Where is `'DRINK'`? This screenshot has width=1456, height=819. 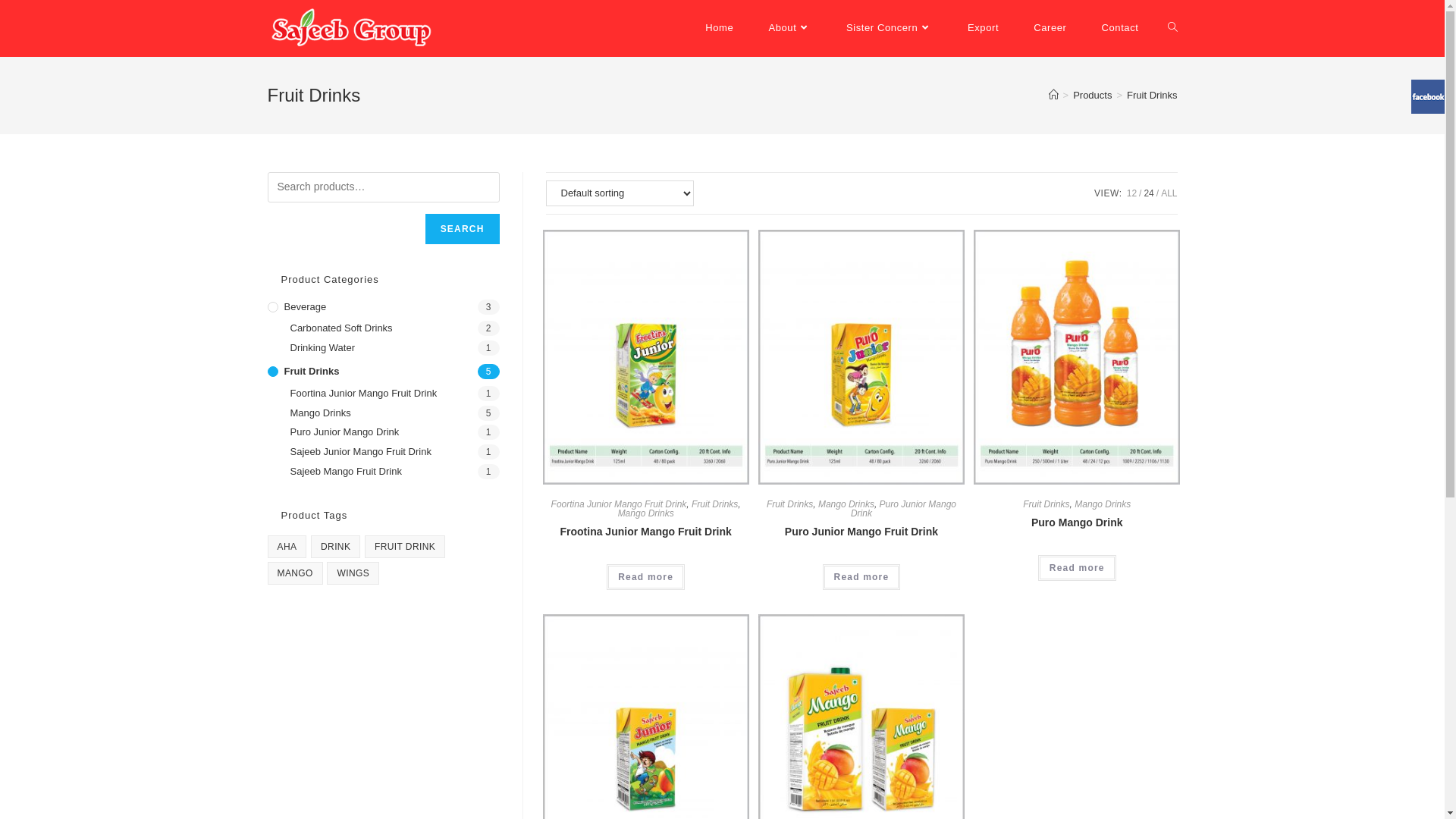 'DRINK' is located at coordinates (334, 547).